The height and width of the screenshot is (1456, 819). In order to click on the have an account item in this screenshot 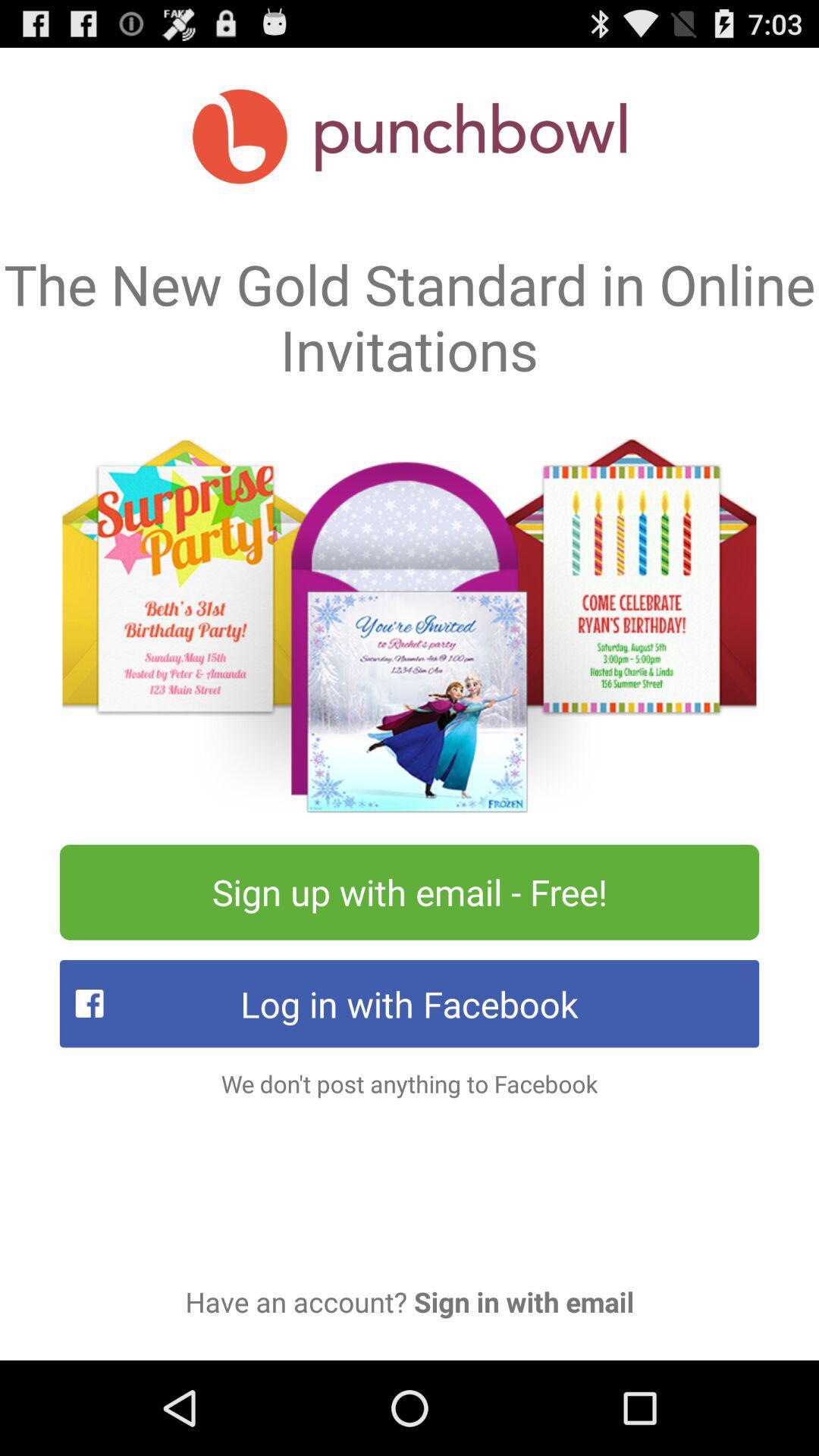, I will do `click(409, 1301)`.